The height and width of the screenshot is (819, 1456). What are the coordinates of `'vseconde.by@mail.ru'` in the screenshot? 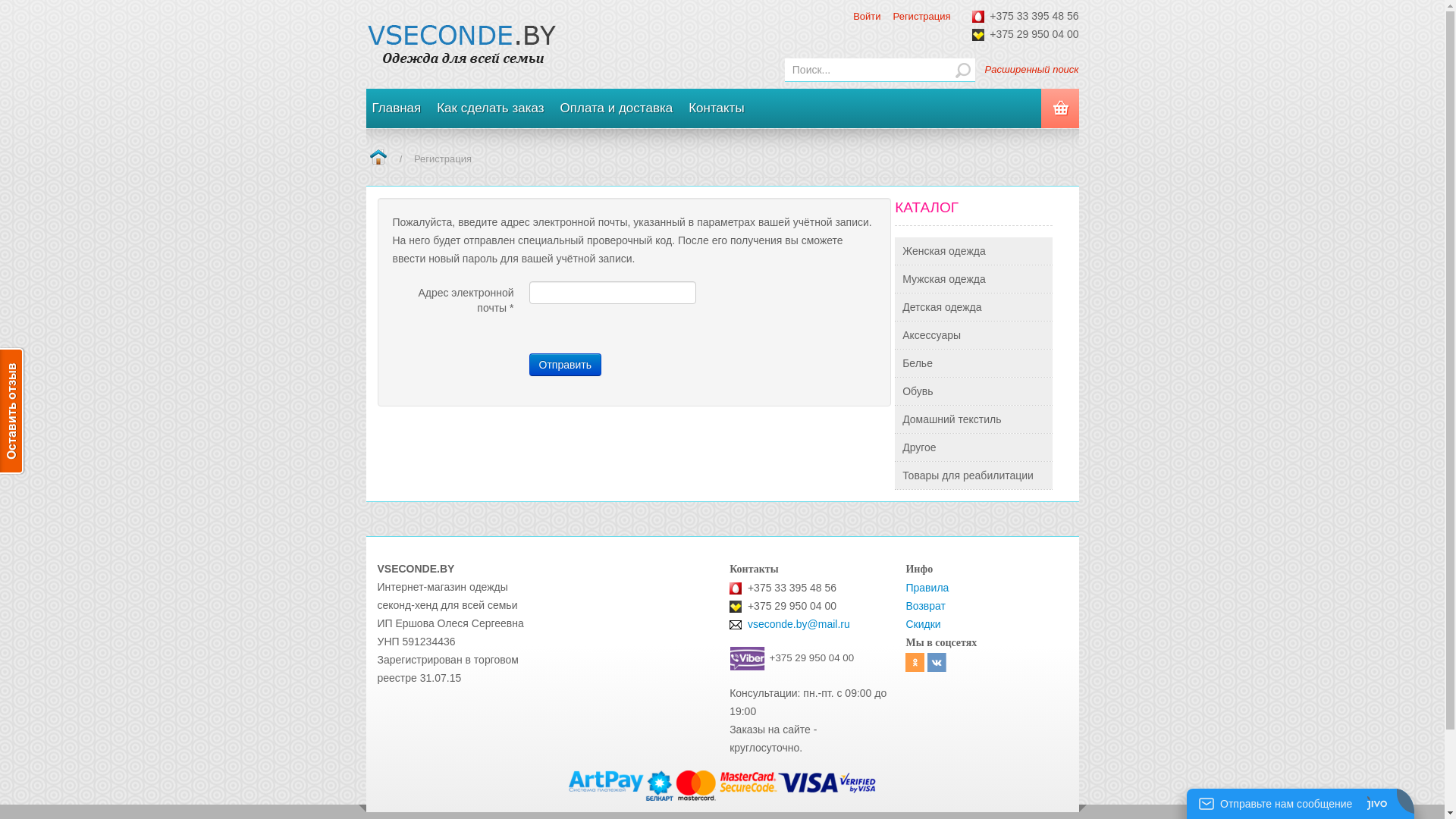 It's located at (798, 623).